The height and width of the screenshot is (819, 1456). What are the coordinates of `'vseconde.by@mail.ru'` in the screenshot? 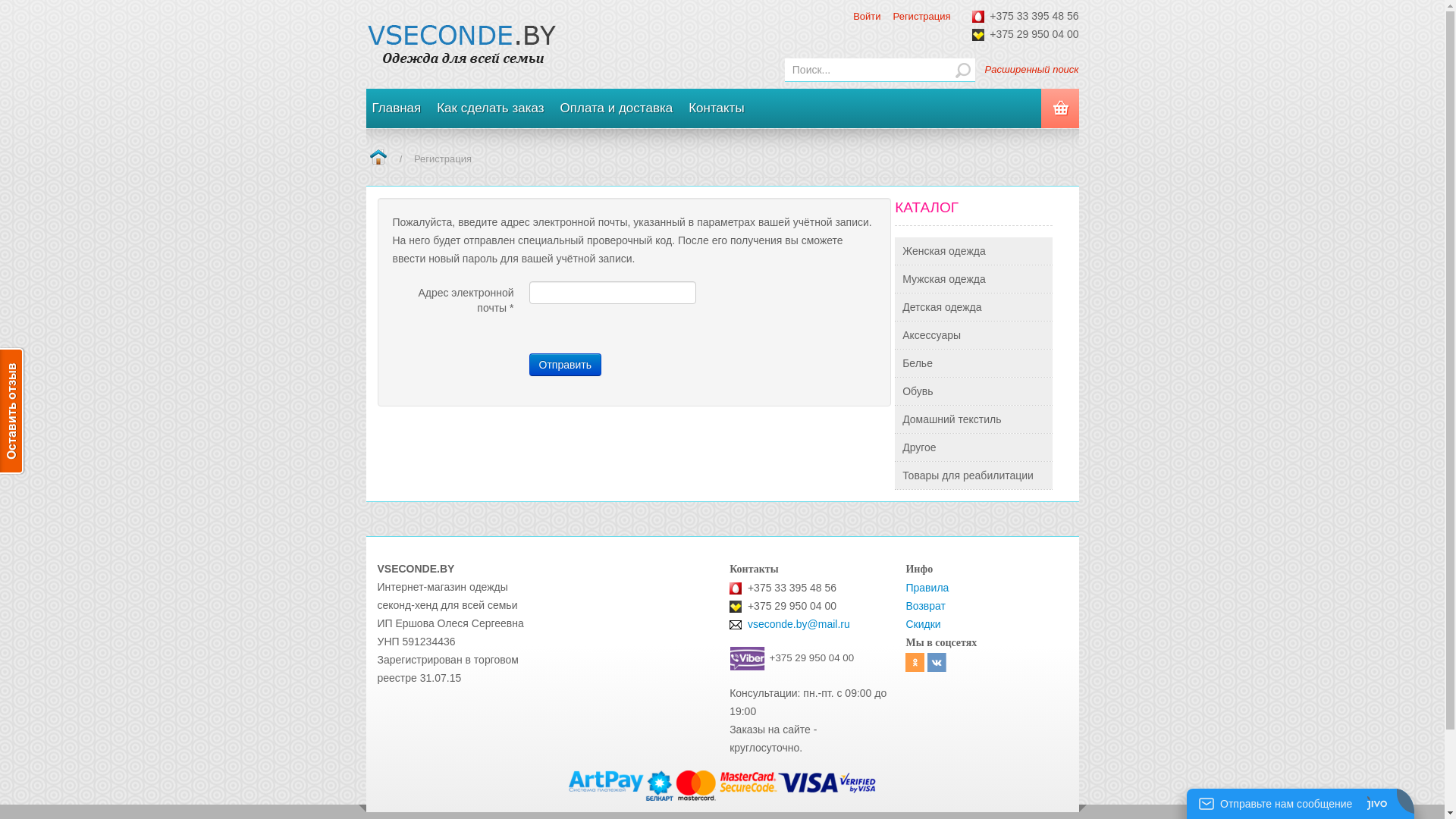 It's located at (798, 623).